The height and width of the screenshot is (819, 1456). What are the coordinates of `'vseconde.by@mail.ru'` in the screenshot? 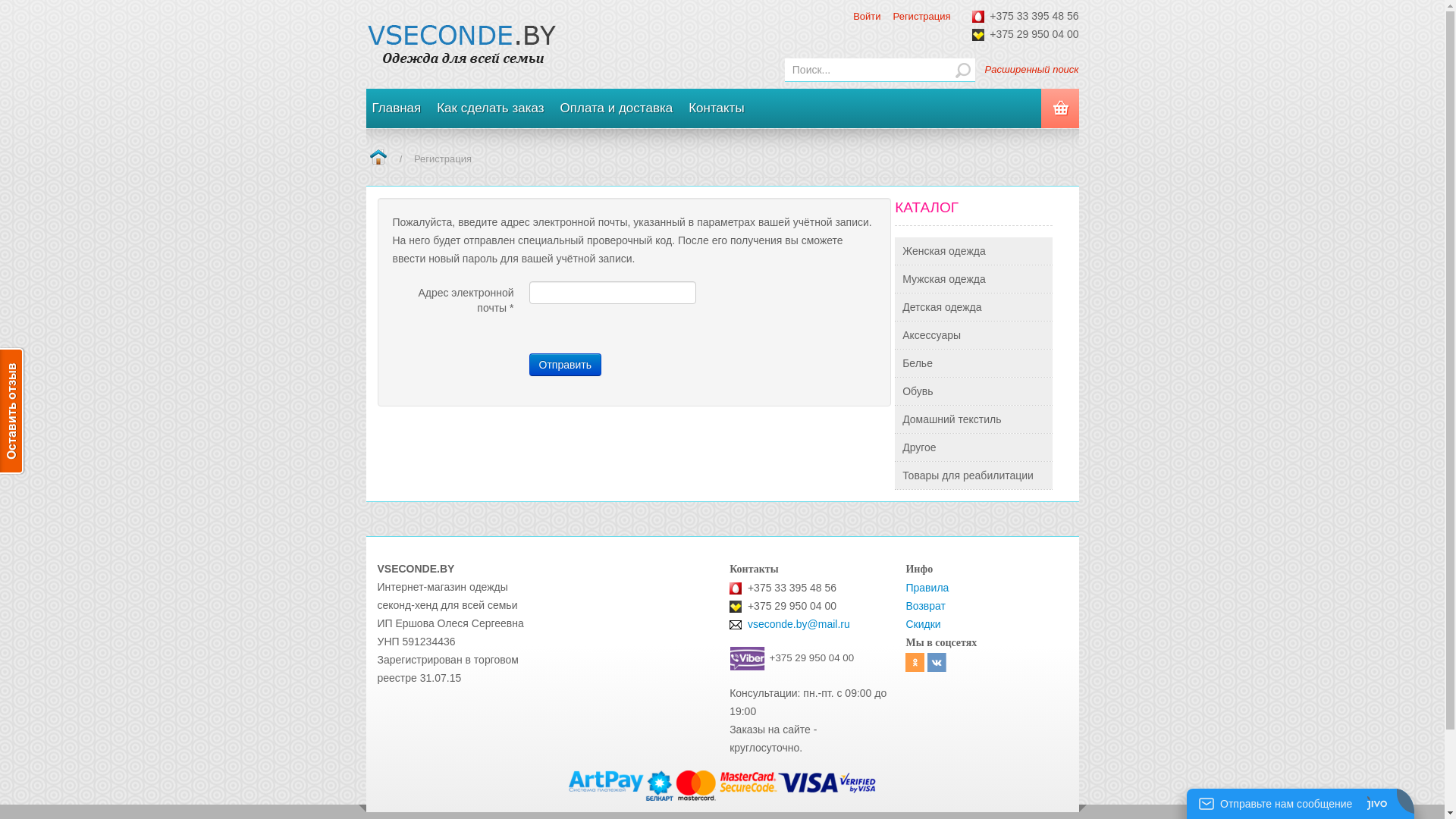 It's located at (798, 623).